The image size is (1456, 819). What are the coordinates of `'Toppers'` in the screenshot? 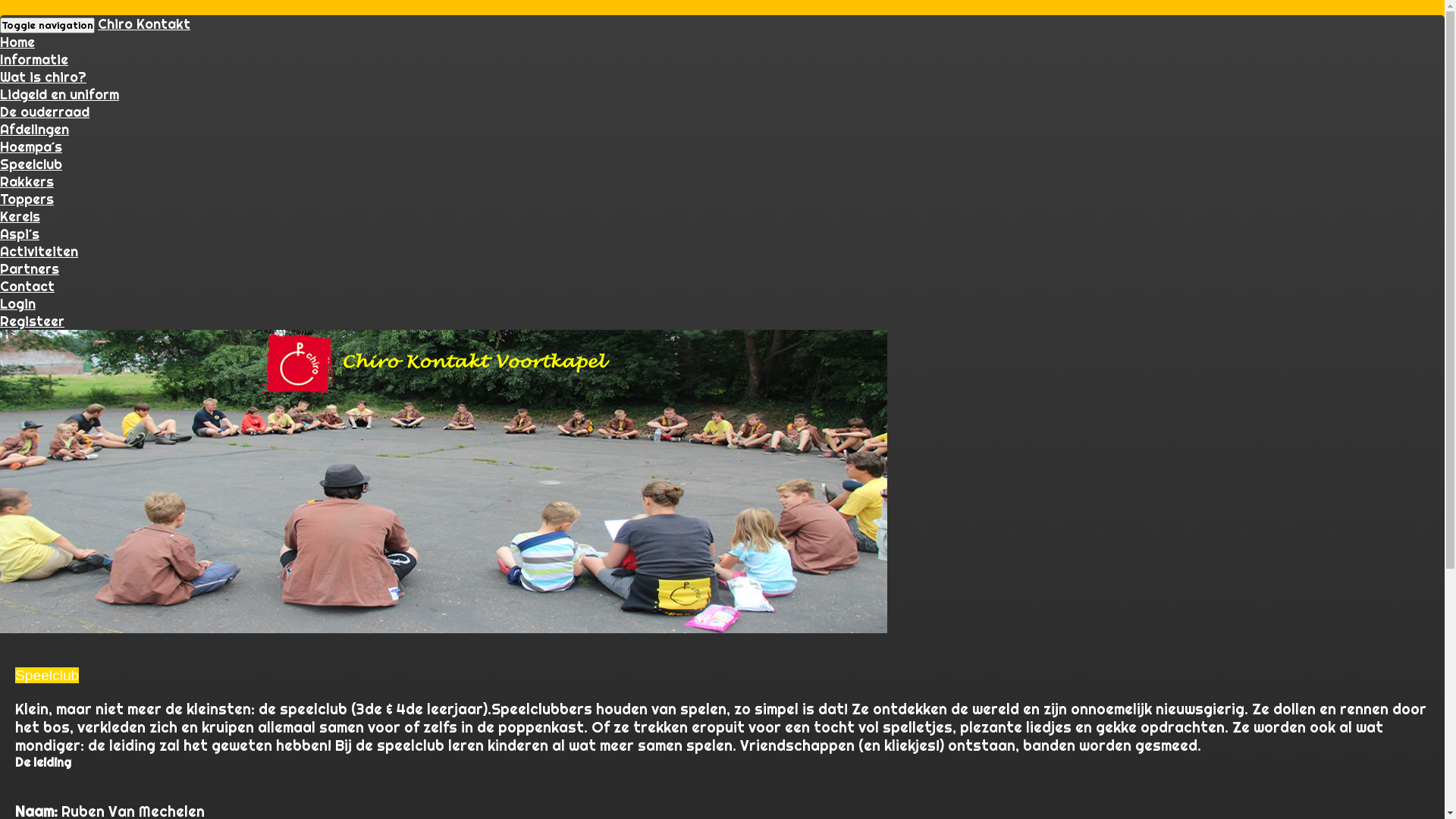 It's located at (27, 198).